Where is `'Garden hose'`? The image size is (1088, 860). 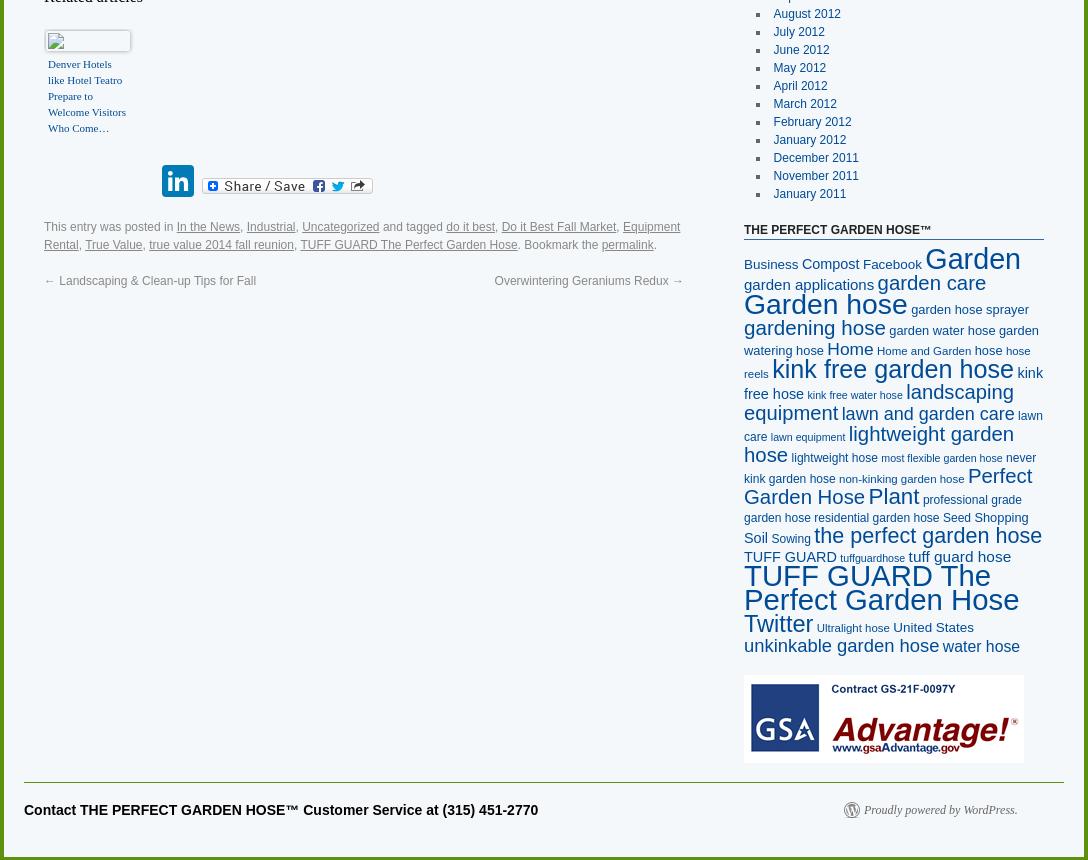
'Garden hose' is located at coordinates (825, 301).